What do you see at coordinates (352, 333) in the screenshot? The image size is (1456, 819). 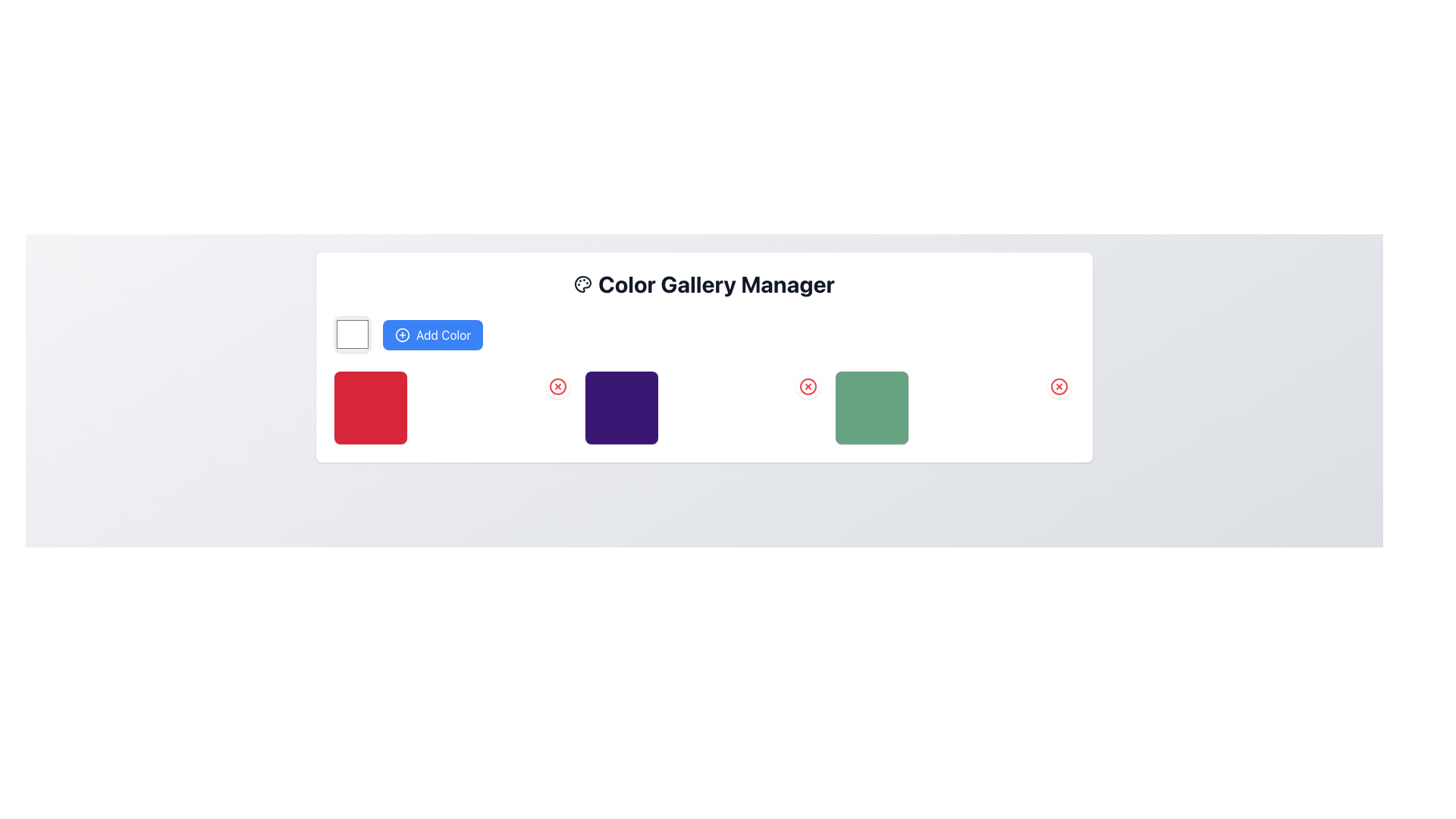 I see `the Color Picker located in the top-left corner of the primary content area` at bounding box center [352, 333].